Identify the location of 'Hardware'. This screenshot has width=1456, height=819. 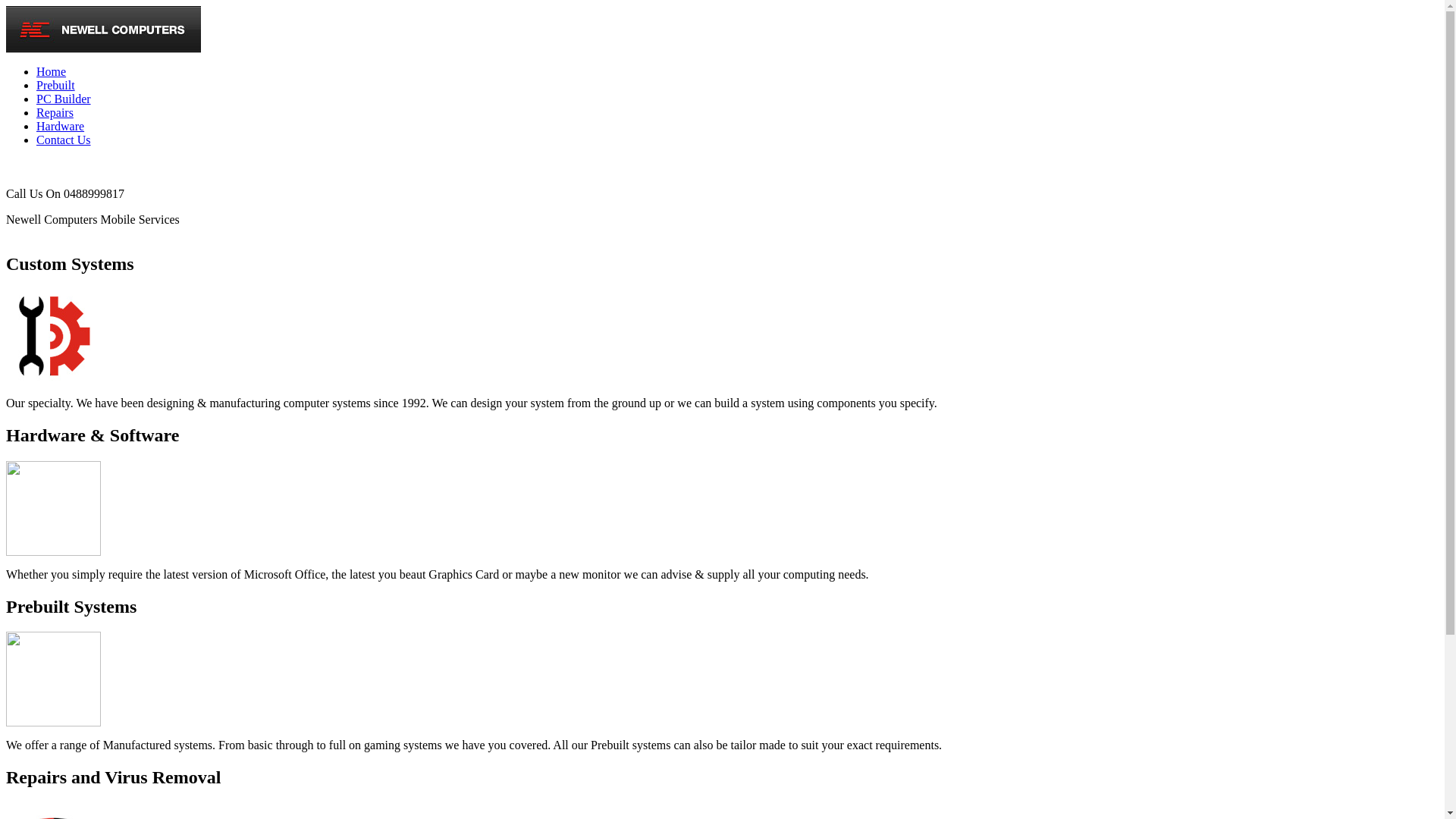
(36, 125).